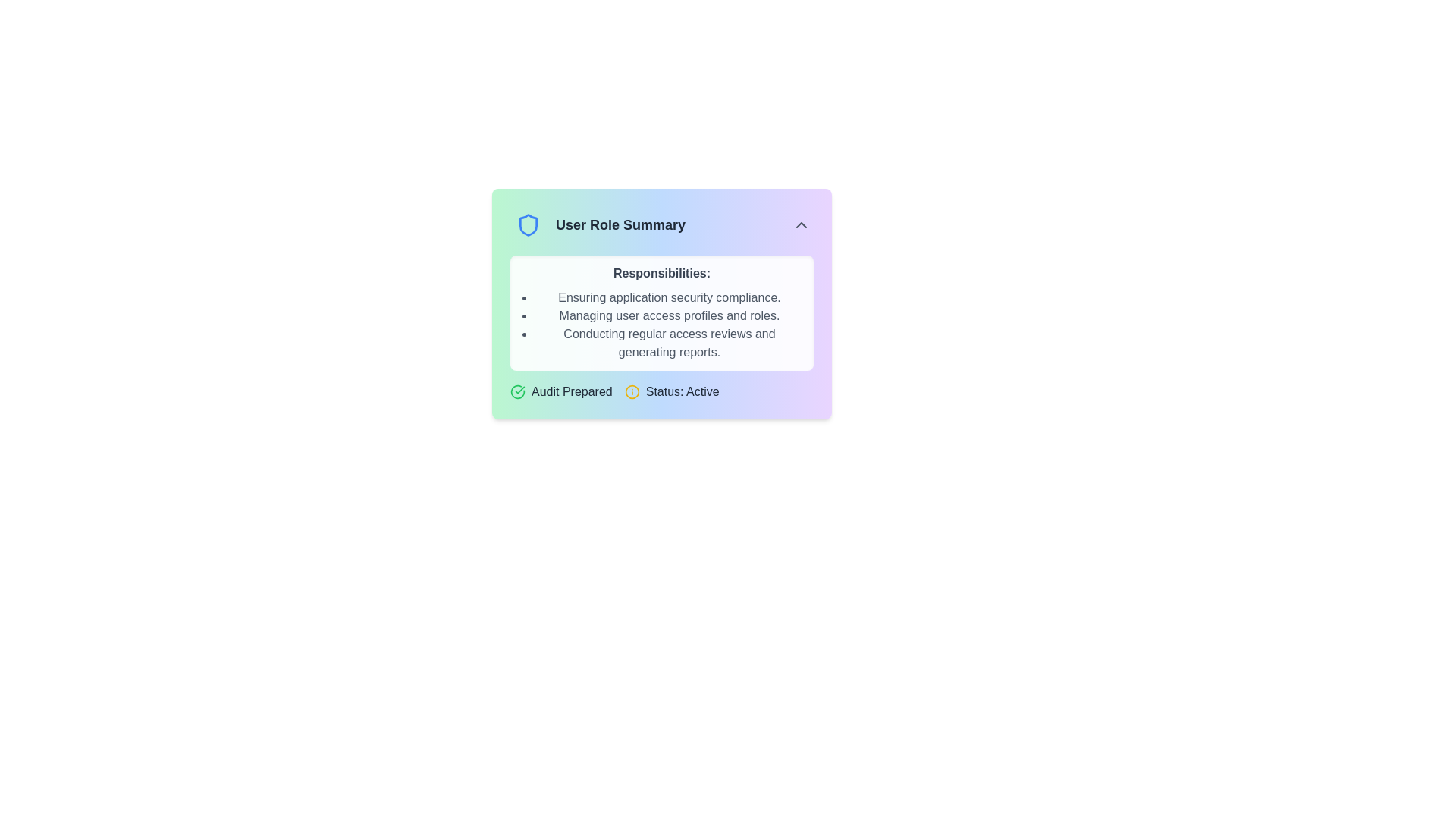 This screenshot has width=1456, height=819. I want to click on the circular green icon with a checkmark indicating a successful state, located at the leftmost side of the group containing the 'Audit Prepared' text, so click(517, 391).